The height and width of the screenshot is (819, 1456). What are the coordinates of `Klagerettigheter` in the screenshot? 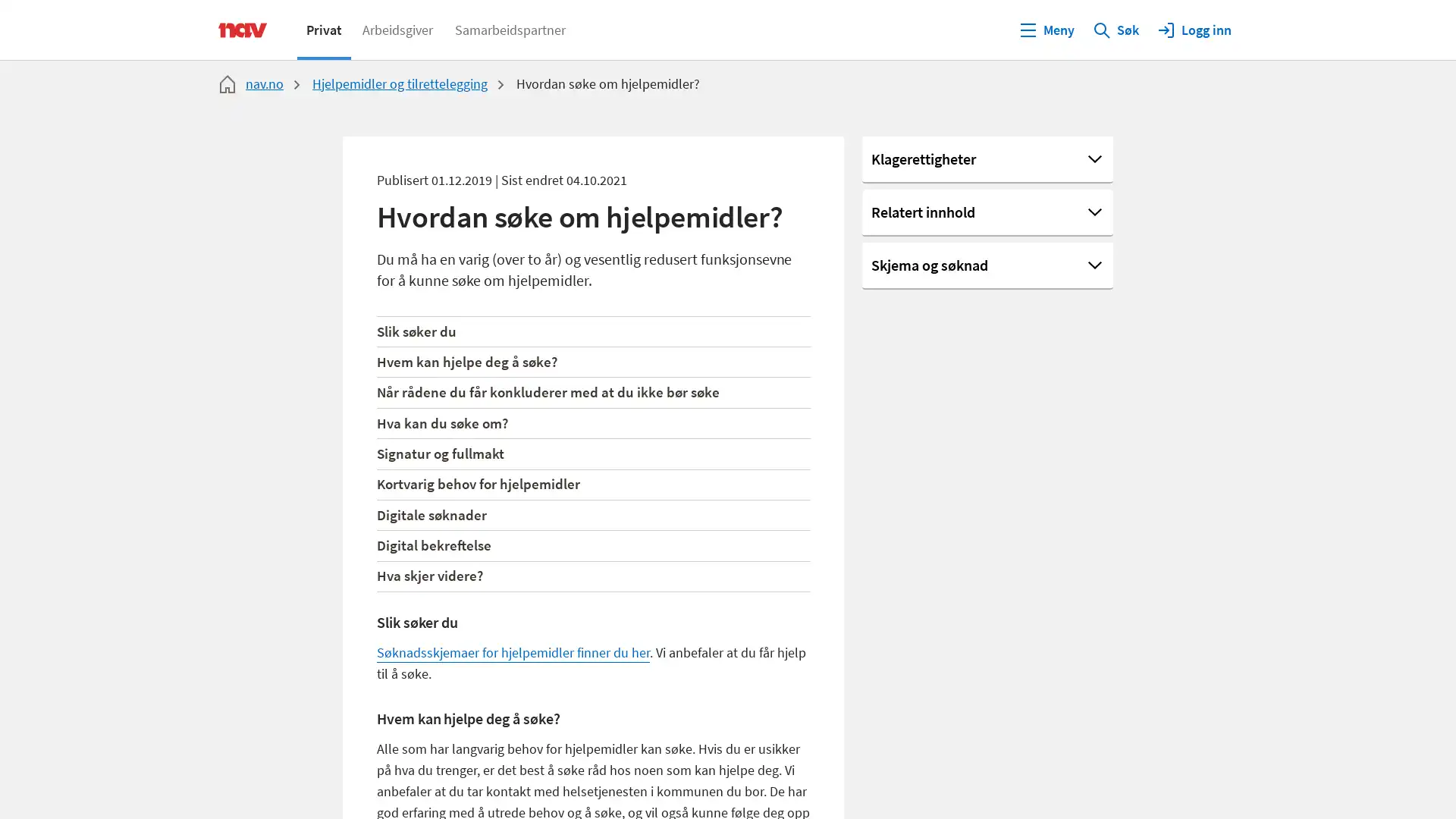 It's located at (987, 160).